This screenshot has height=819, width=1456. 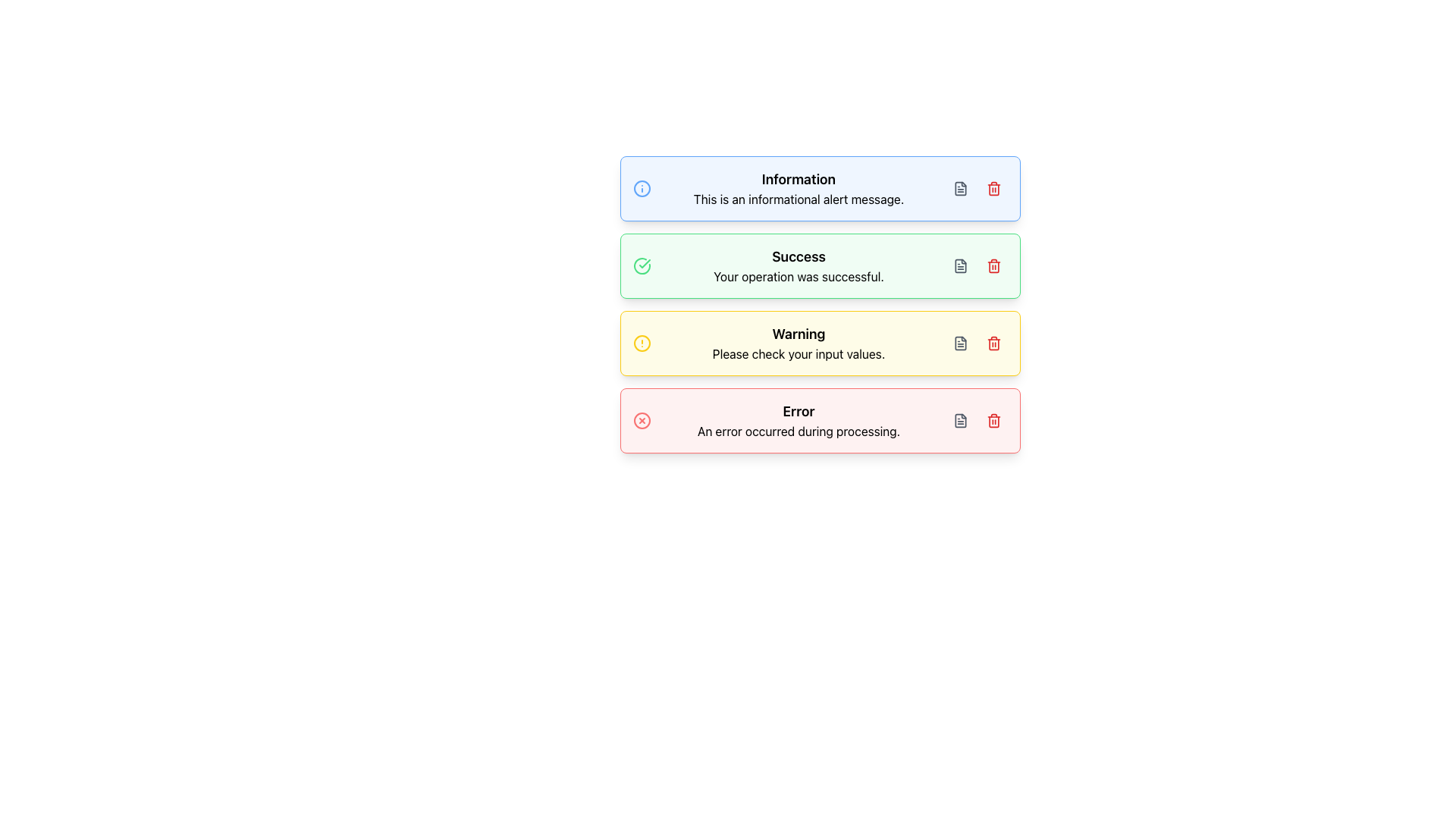 What do you see at coordinates (959, 421) in the screenshot?
I see `the document icon button located in the red-colored alert section labeled 'Error'` at bounding box center [959, 421].